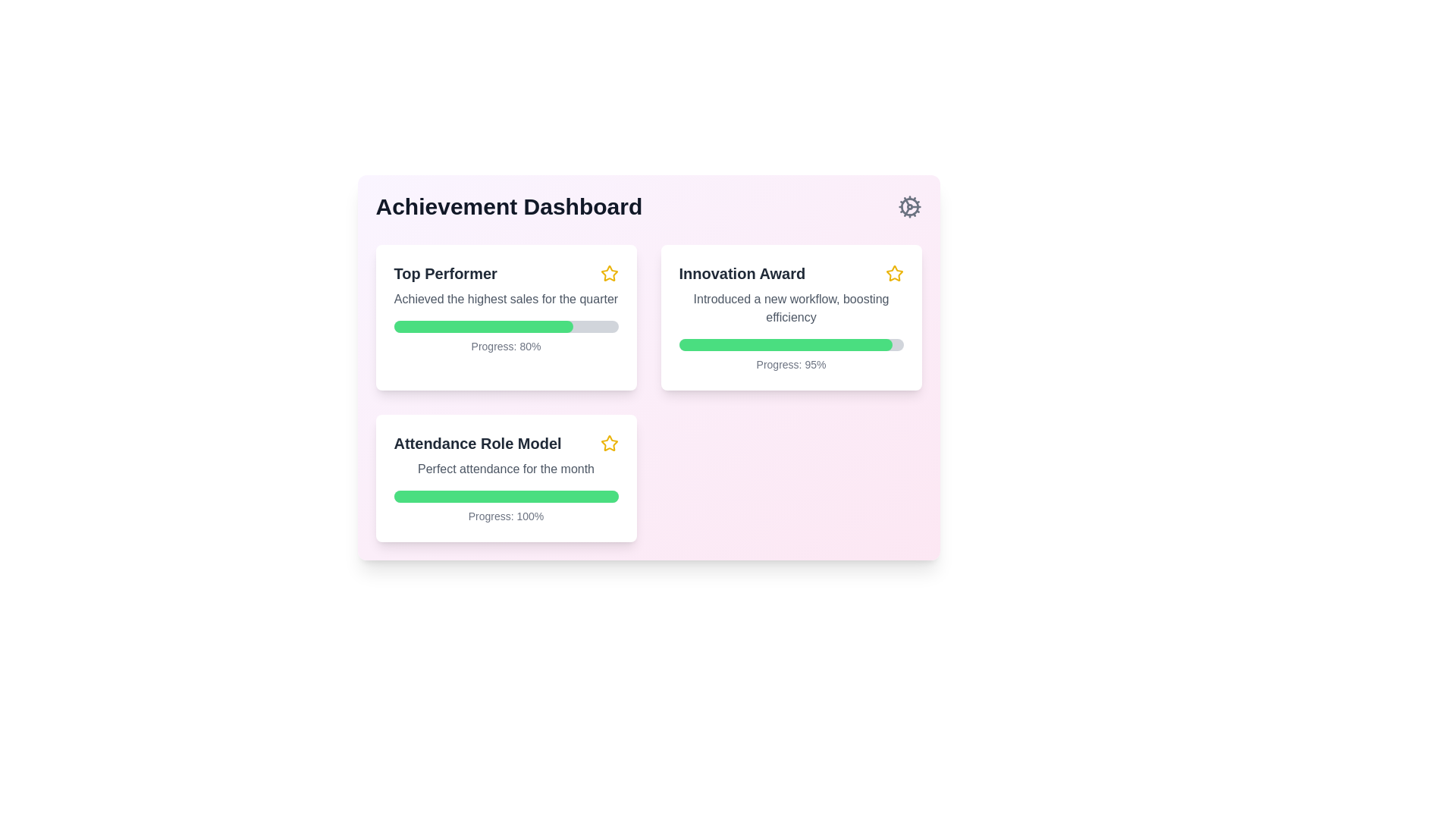  Describe the element at coordinates (506, 444) in the screenshot. I see `the 'Attendance Role Model' heading and yellow star icon` at that location.